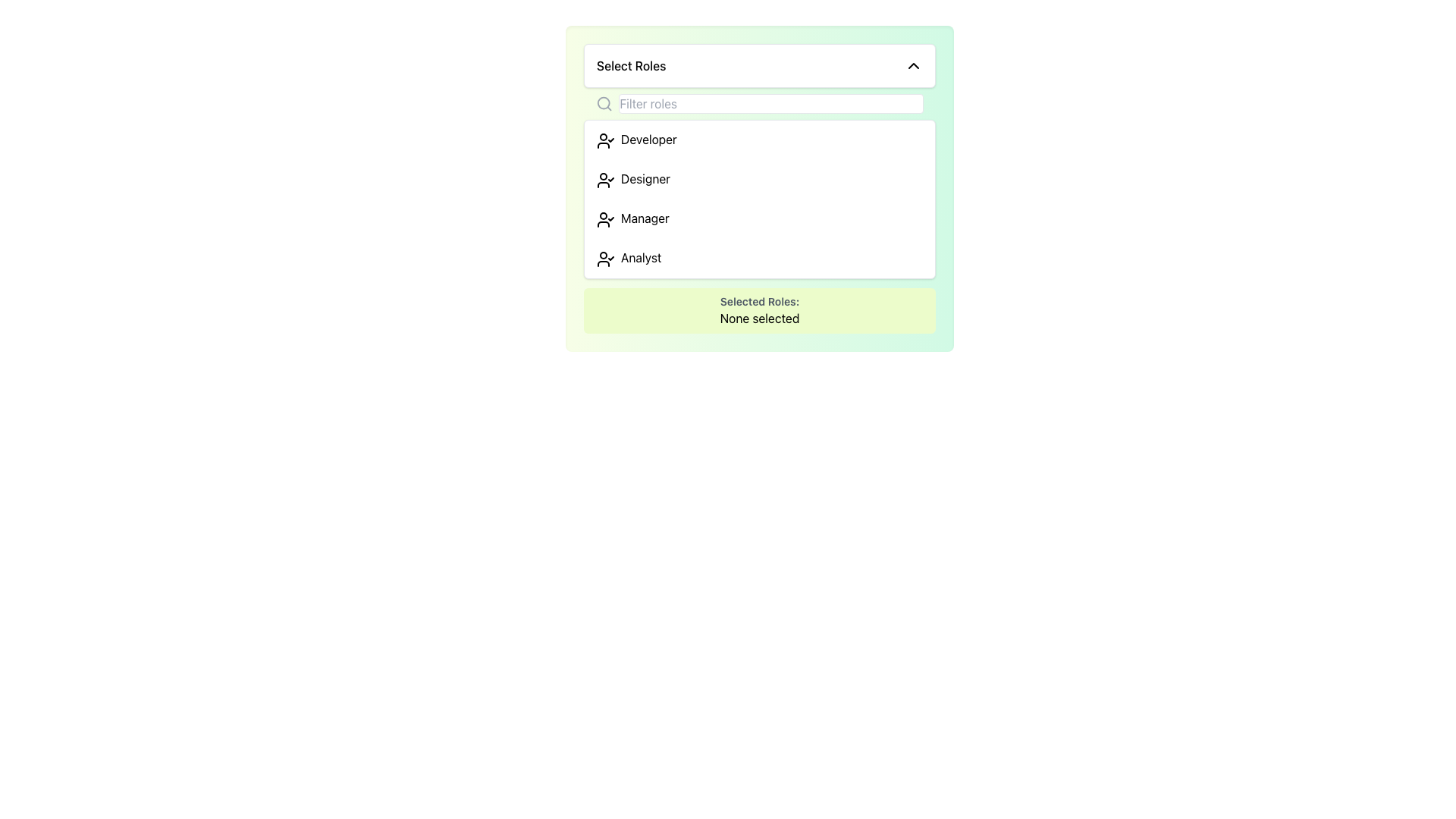  What do you see at coordinates (760, 257) in the screenshot?
I see `the fourth list item labeled 'Analyst' that contains an 'Add' button` at bounding box center [760, 257].